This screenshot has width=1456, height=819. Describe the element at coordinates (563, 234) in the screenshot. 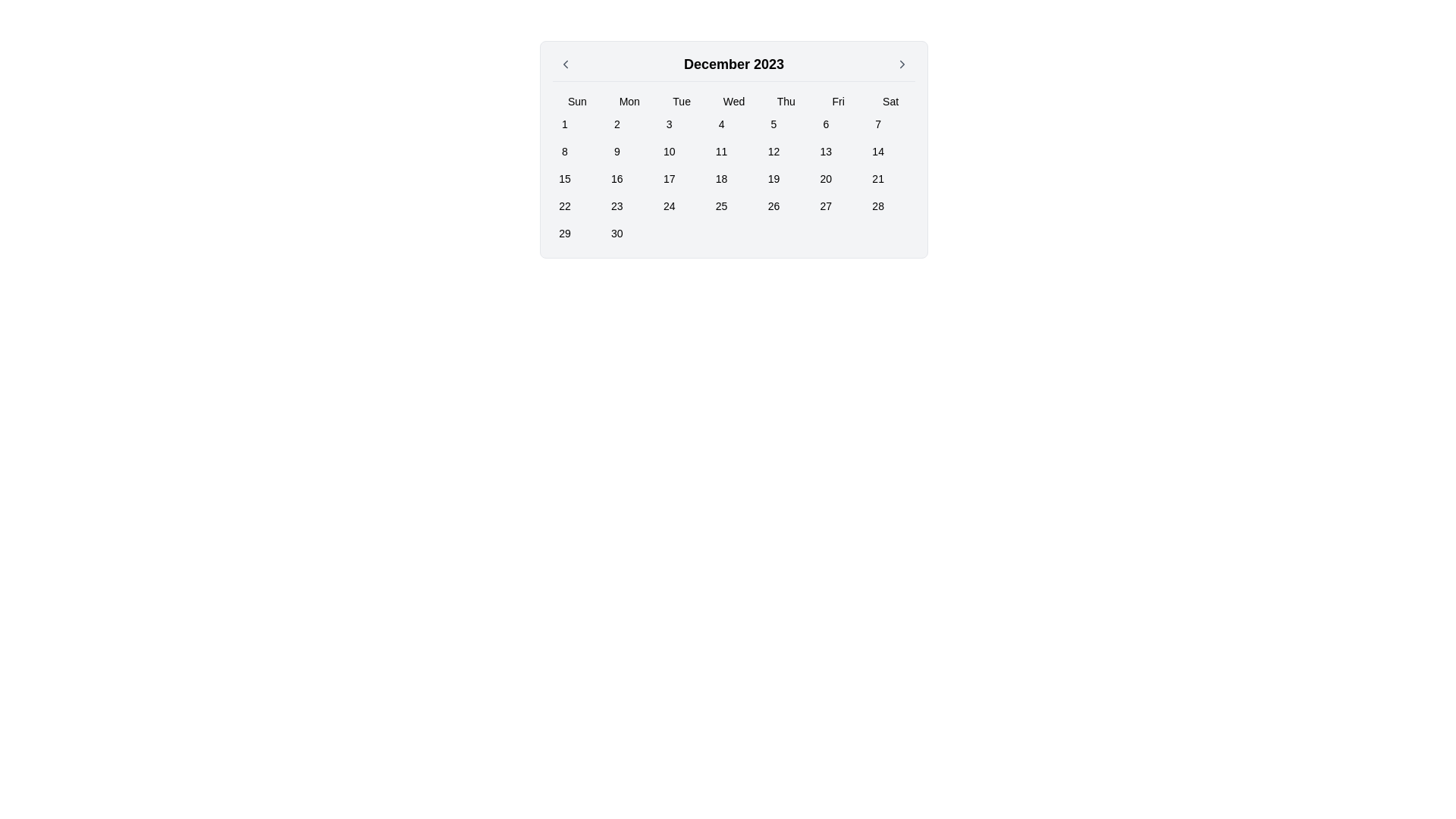

I see `the square-shaped button displaying the number '29'` at that location.